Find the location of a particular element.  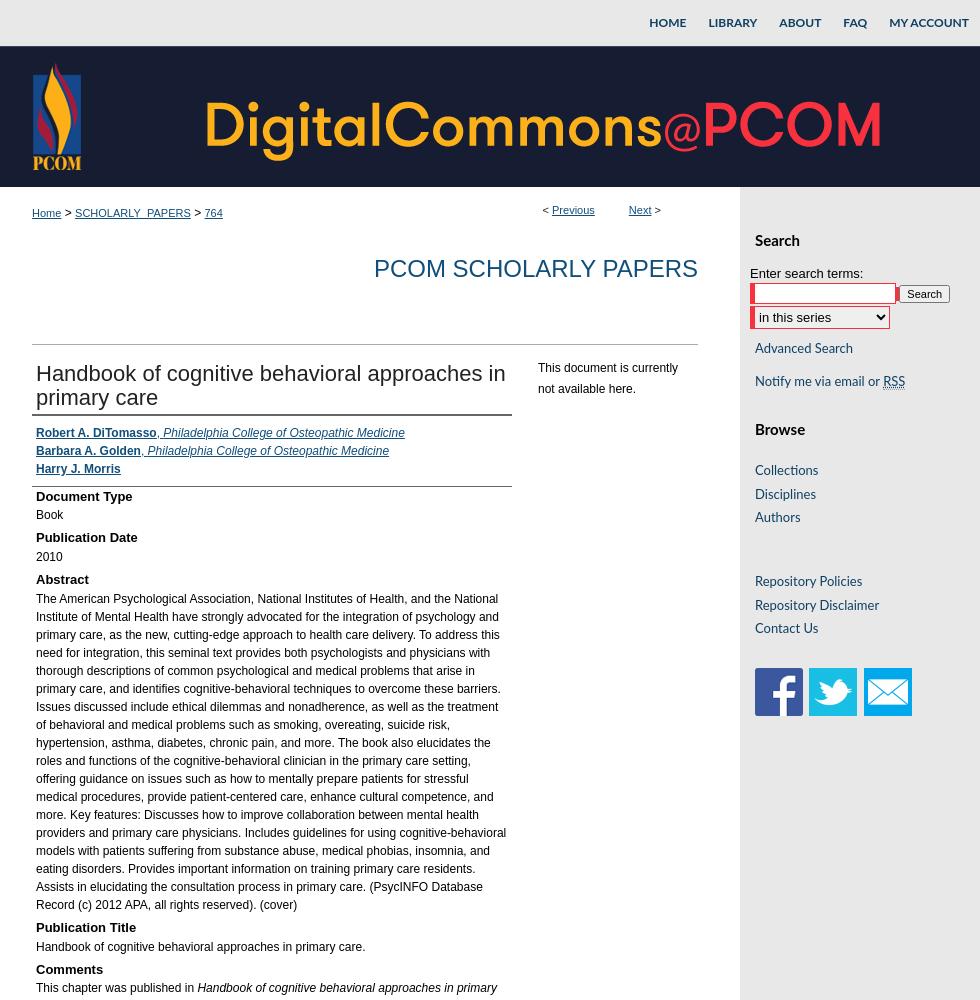

'Notify me via email or' is located at coordinates (754, 382).